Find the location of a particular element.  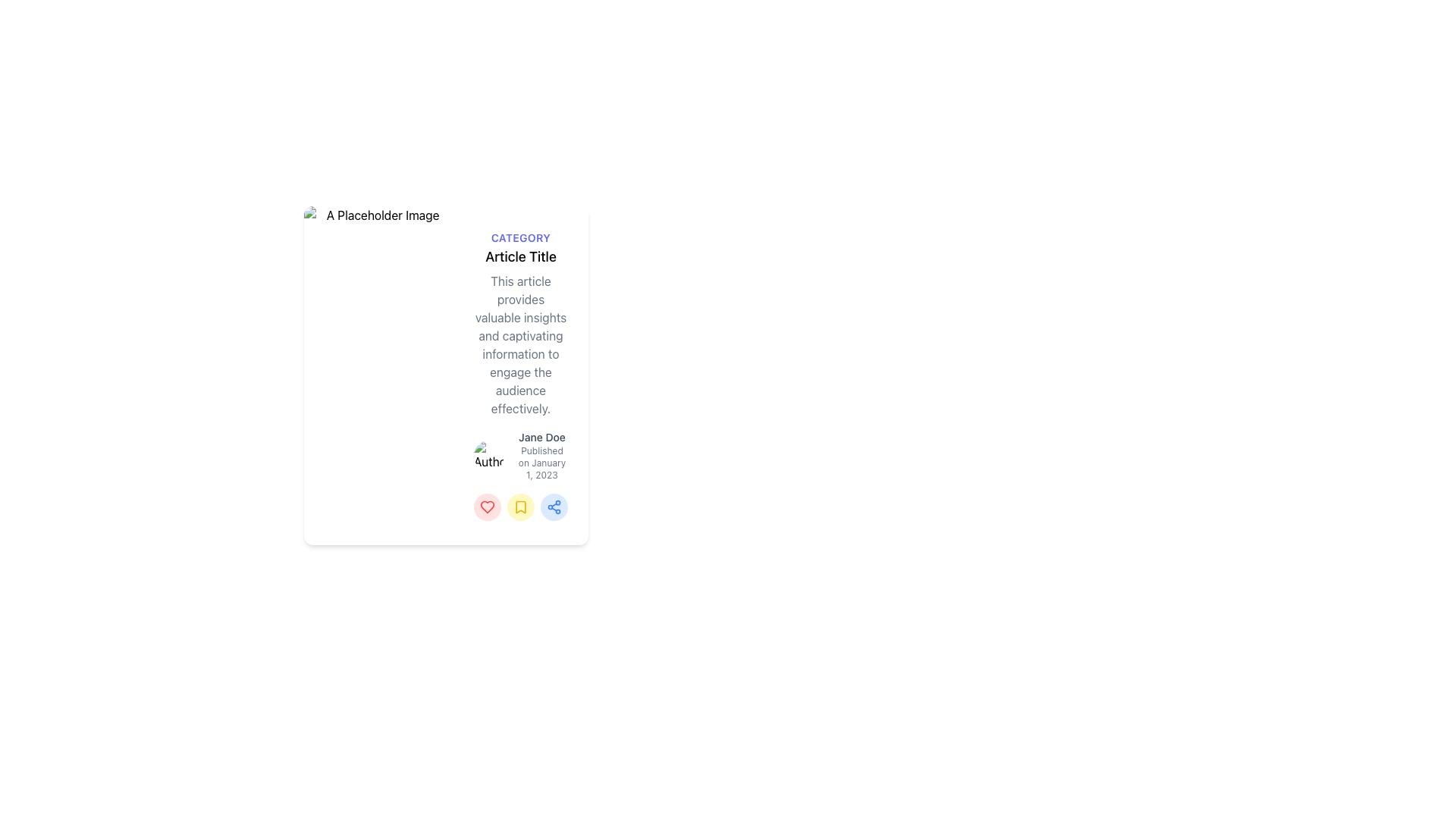

the text label displaying 'Jane Doe' located in the bottom-left section of the panel, positioned below the author icon and above the text 'Published on January 1, 2023' is located at coordinates (542, 437).